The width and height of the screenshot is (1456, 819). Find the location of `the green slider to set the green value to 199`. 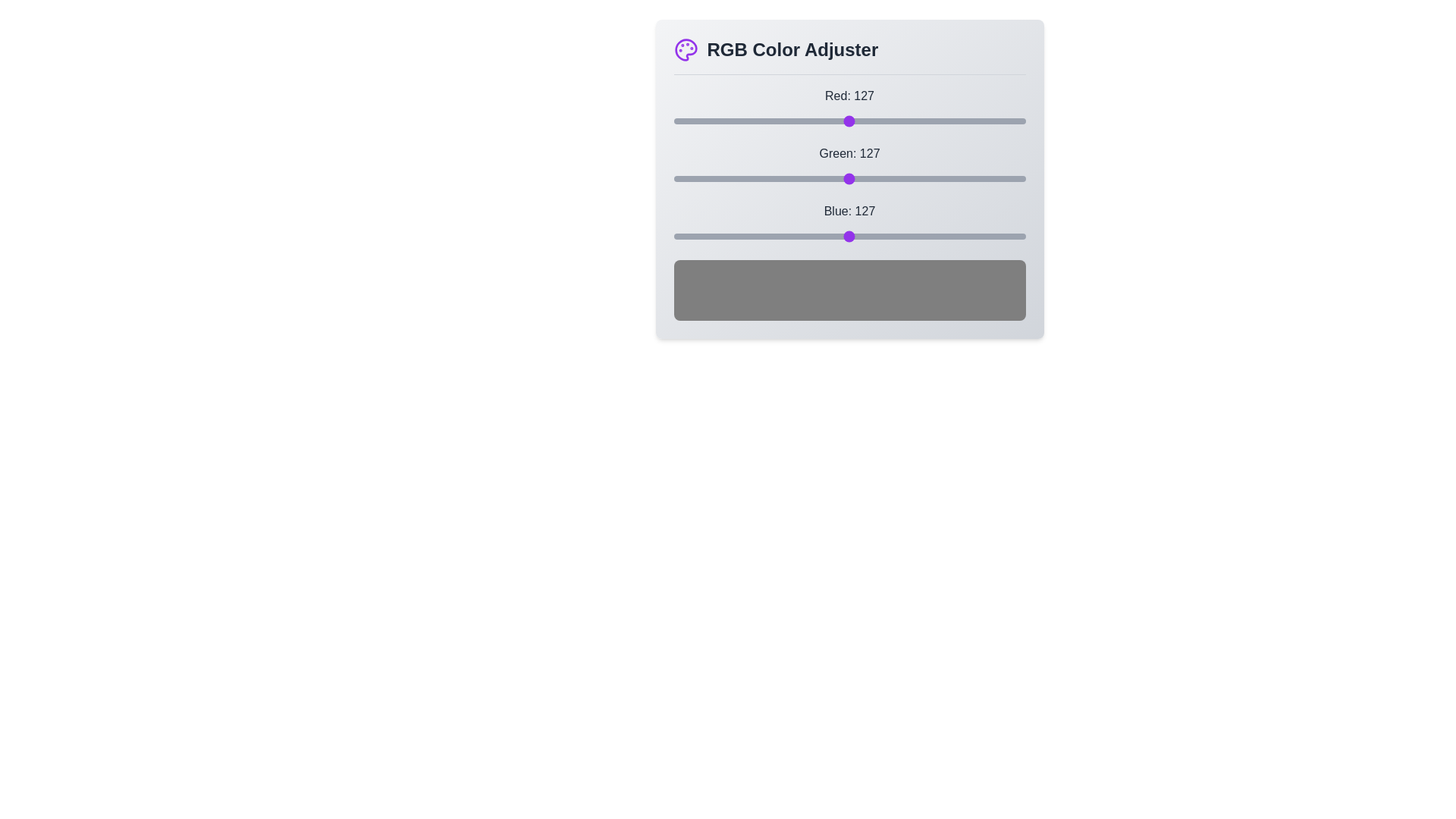

the green slider to set the green value to 199 is located at coordinates (947, 177).